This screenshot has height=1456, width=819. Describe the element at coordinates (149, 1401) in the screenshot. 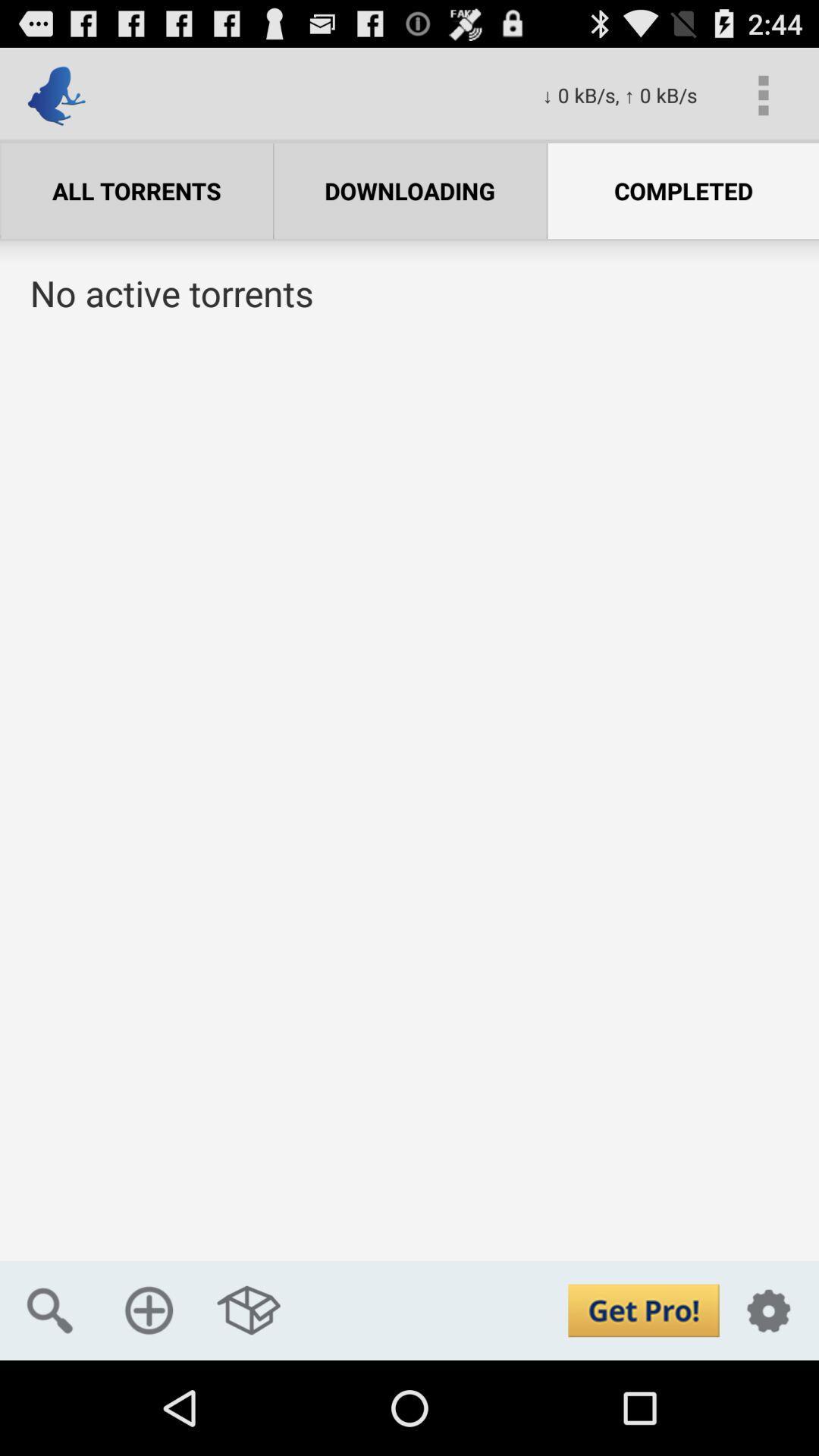

I see `the add icon` at that location.